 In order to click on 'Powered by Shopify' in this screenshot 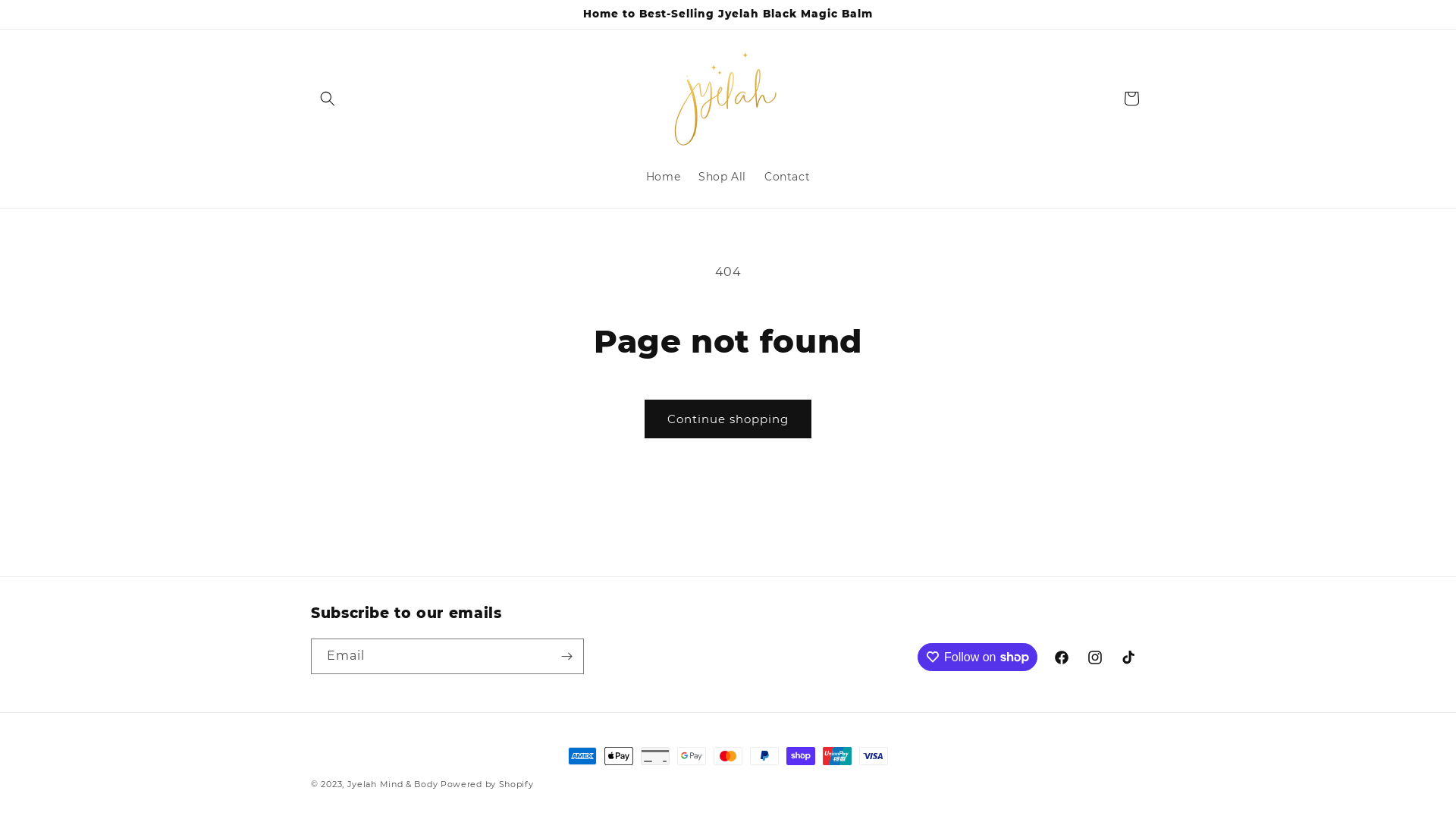, I will do `click(439, 783)`.